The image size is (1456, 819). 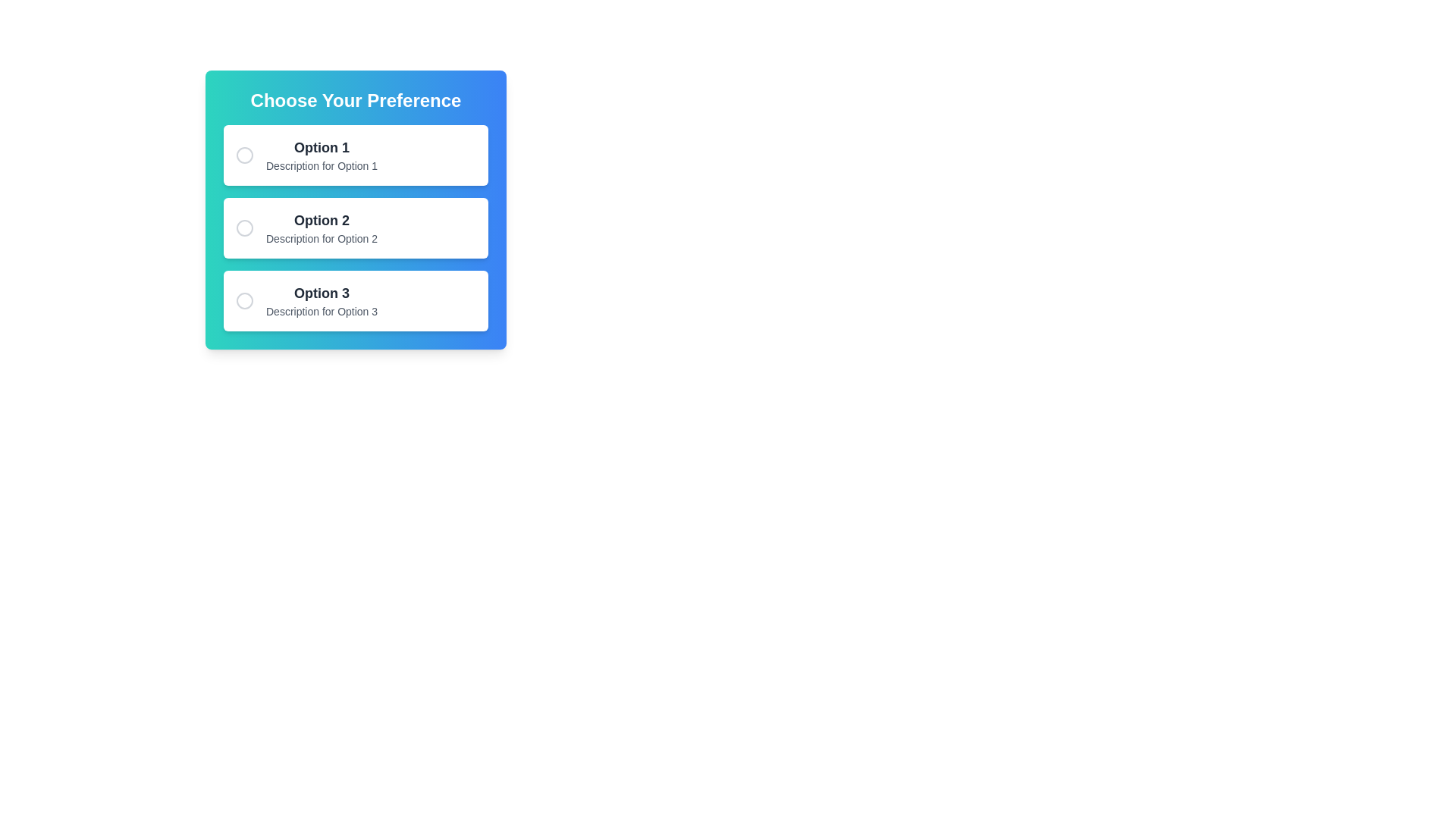 I want to click on the selectable option labeled 'Option 2' with a white background and rounded corners, so click(x=355, y=227).